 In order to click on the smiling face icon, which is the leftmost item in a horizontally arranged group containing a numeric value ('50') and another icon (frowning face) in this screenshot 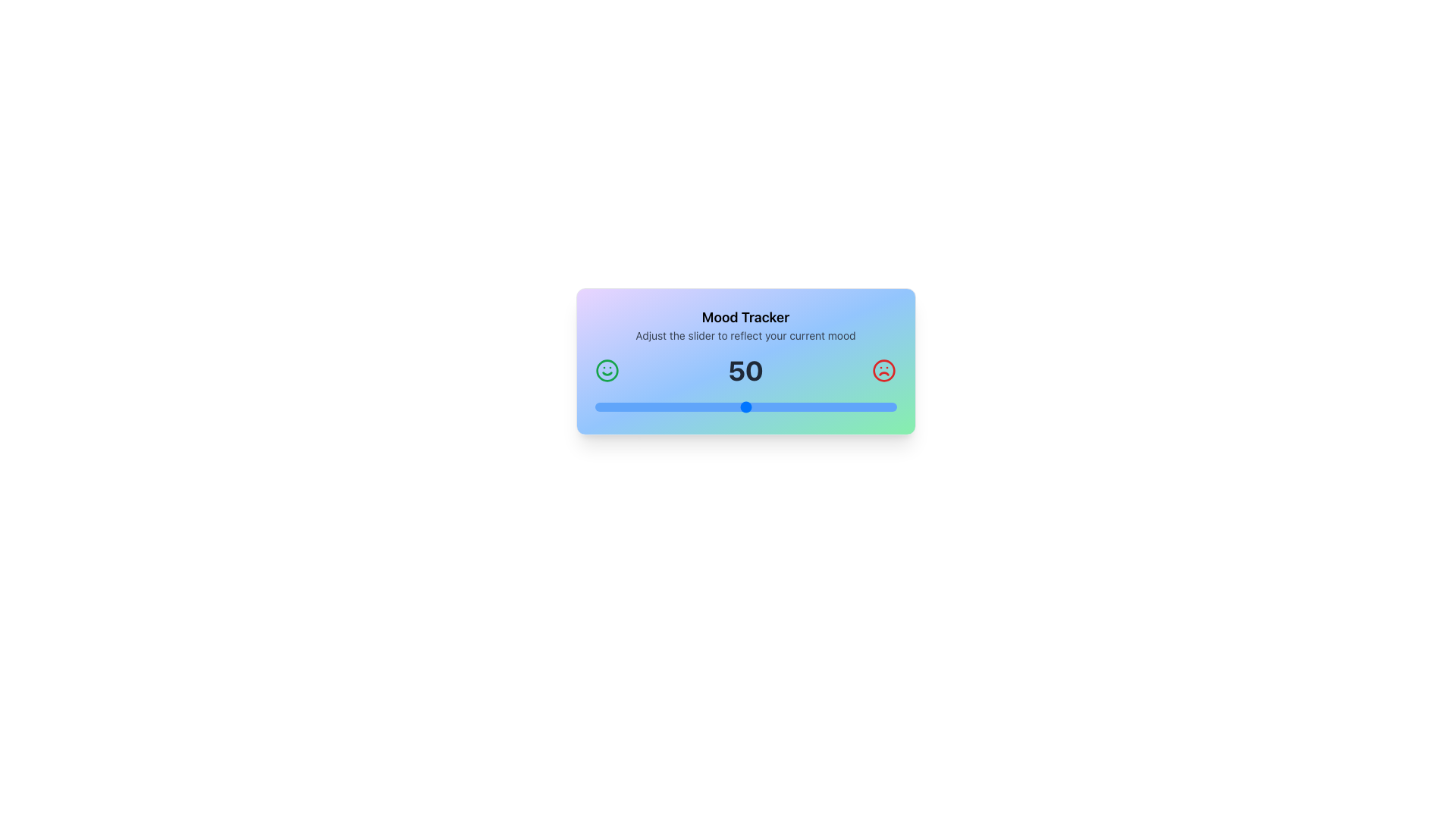, I will do `click(607, 371)`.